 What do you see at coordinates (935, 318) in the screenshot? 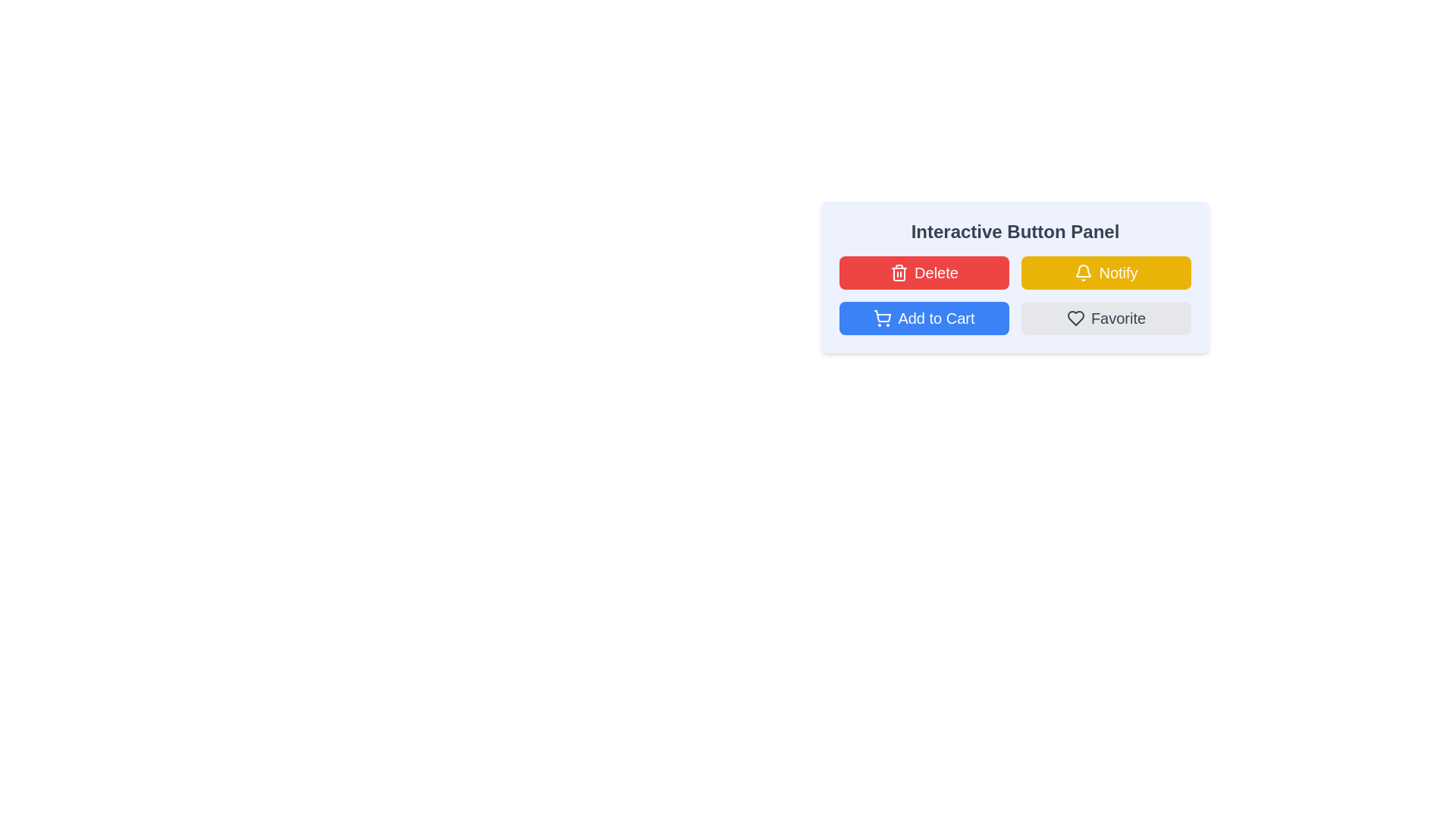
I see `the text label embedded in the blue 'Add to Cart' button, which is positioned in the second row of a horizontal button group` at bounding box center [935, 318].